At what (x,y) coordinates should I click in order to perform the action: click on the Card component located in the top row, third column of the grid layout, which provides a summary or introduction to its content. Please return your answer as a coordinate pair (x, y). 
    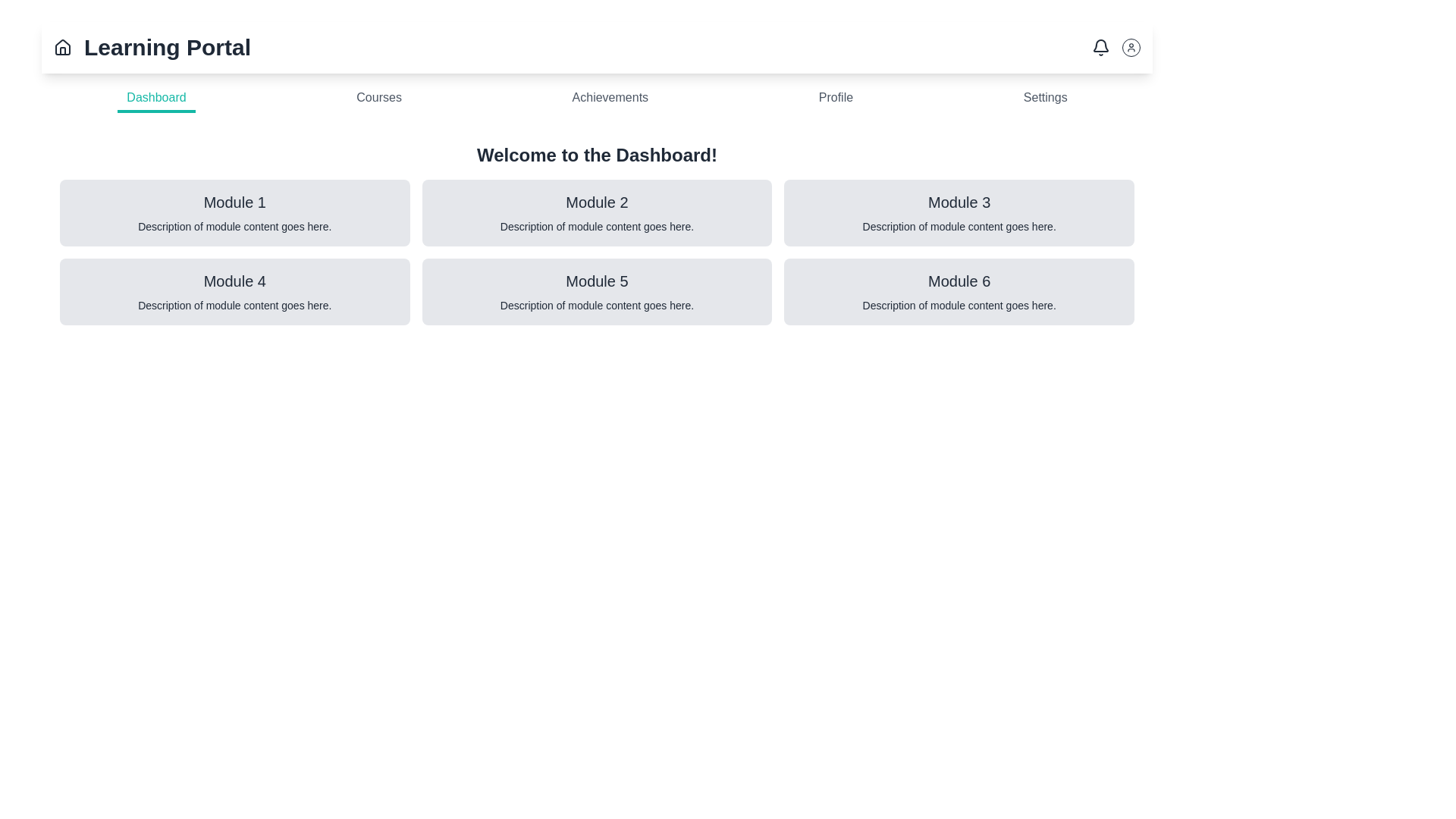
    Looking at the image, I should click on (959, 213).